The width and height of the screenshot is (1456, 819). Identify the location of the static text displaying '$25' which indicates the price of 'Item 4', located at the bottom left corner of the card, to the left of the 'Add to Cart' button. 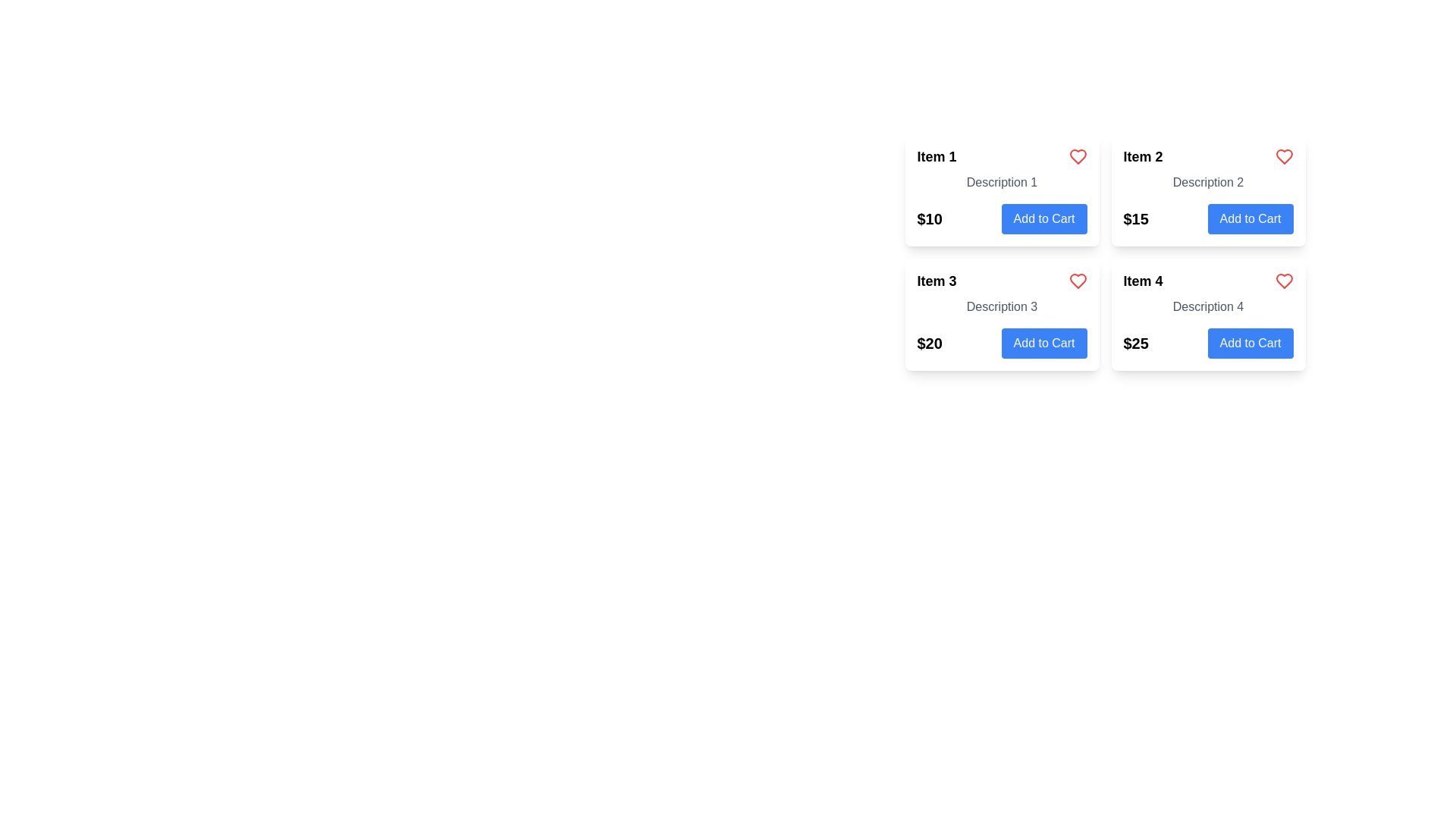
(1136, 343).